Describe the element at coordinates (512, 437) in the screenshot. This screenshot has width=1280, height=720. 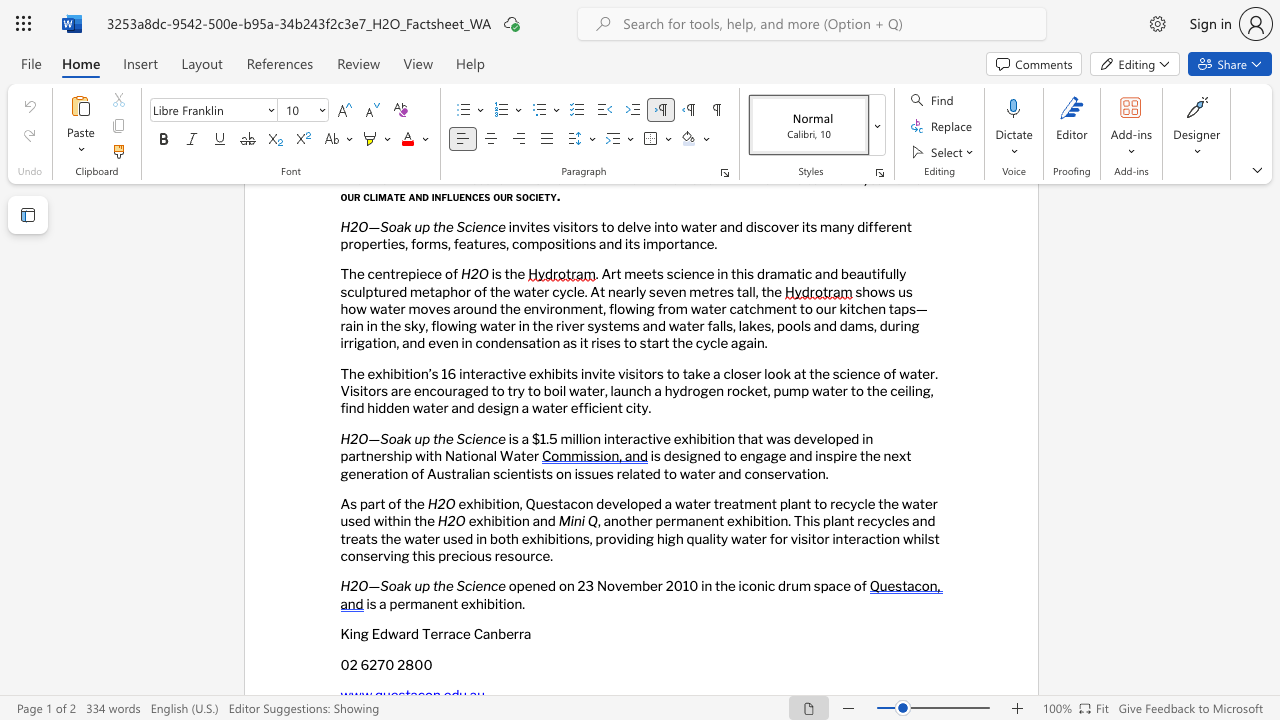
I see `the space between the continuous character "i" and "s" in the text` at that location.